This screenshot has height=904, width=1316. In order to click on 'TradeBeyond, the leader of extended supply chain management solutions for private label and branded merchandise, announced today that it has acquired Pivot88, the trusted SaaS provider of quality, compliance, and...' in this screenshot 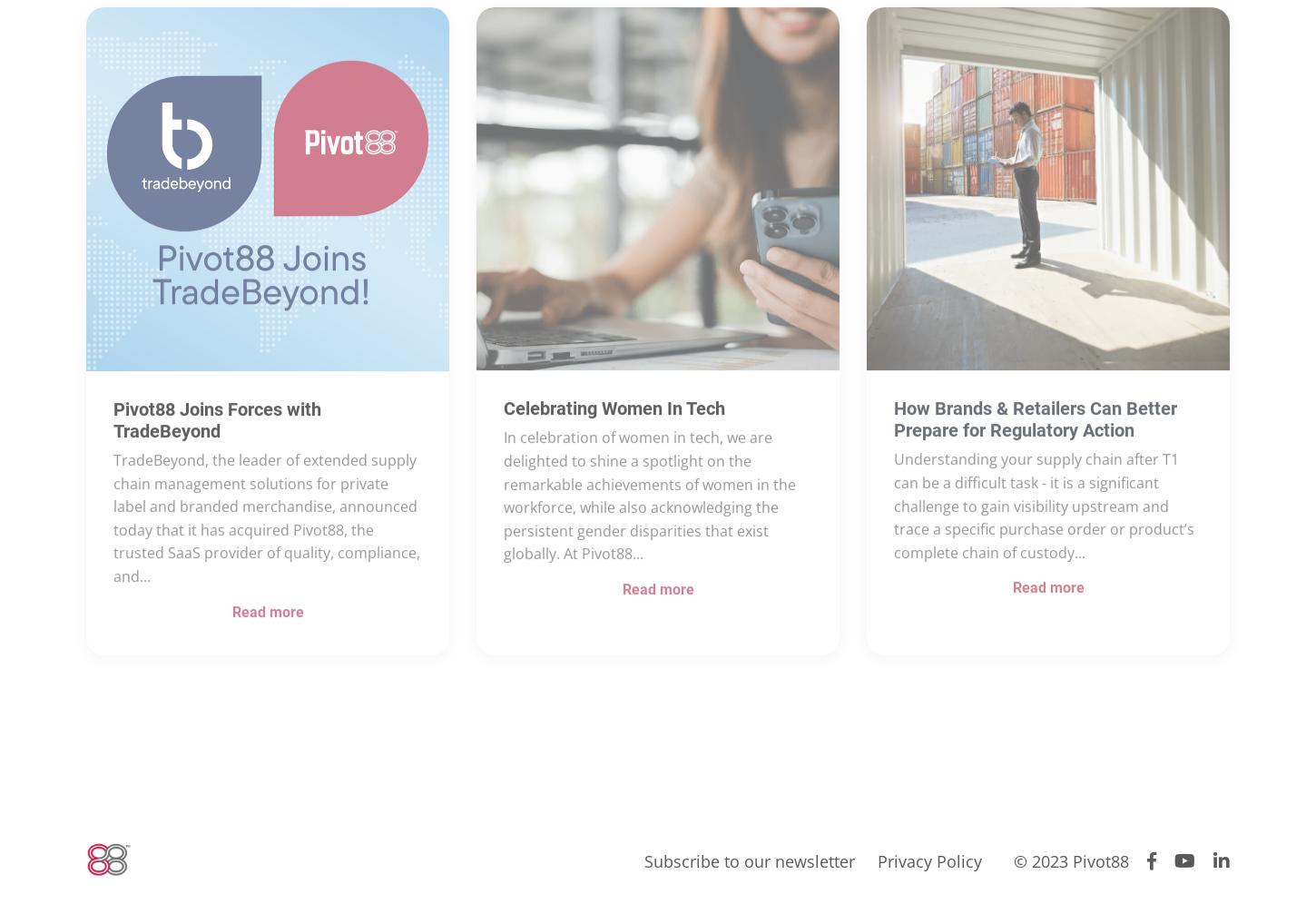, I will do `click(267, 573)`.